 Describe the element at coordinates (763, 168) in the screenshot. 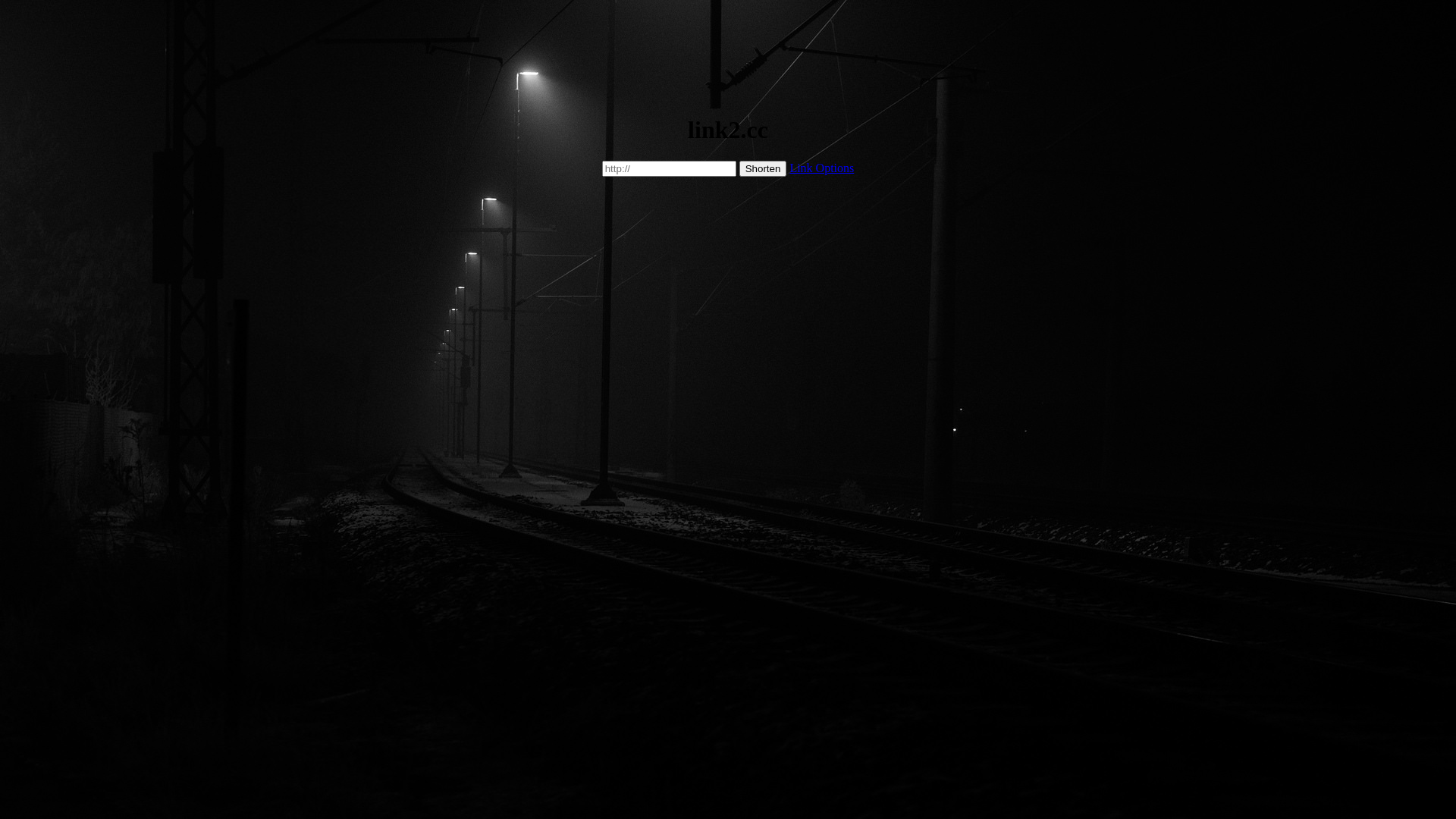

I see `'Shorten'` at that location.